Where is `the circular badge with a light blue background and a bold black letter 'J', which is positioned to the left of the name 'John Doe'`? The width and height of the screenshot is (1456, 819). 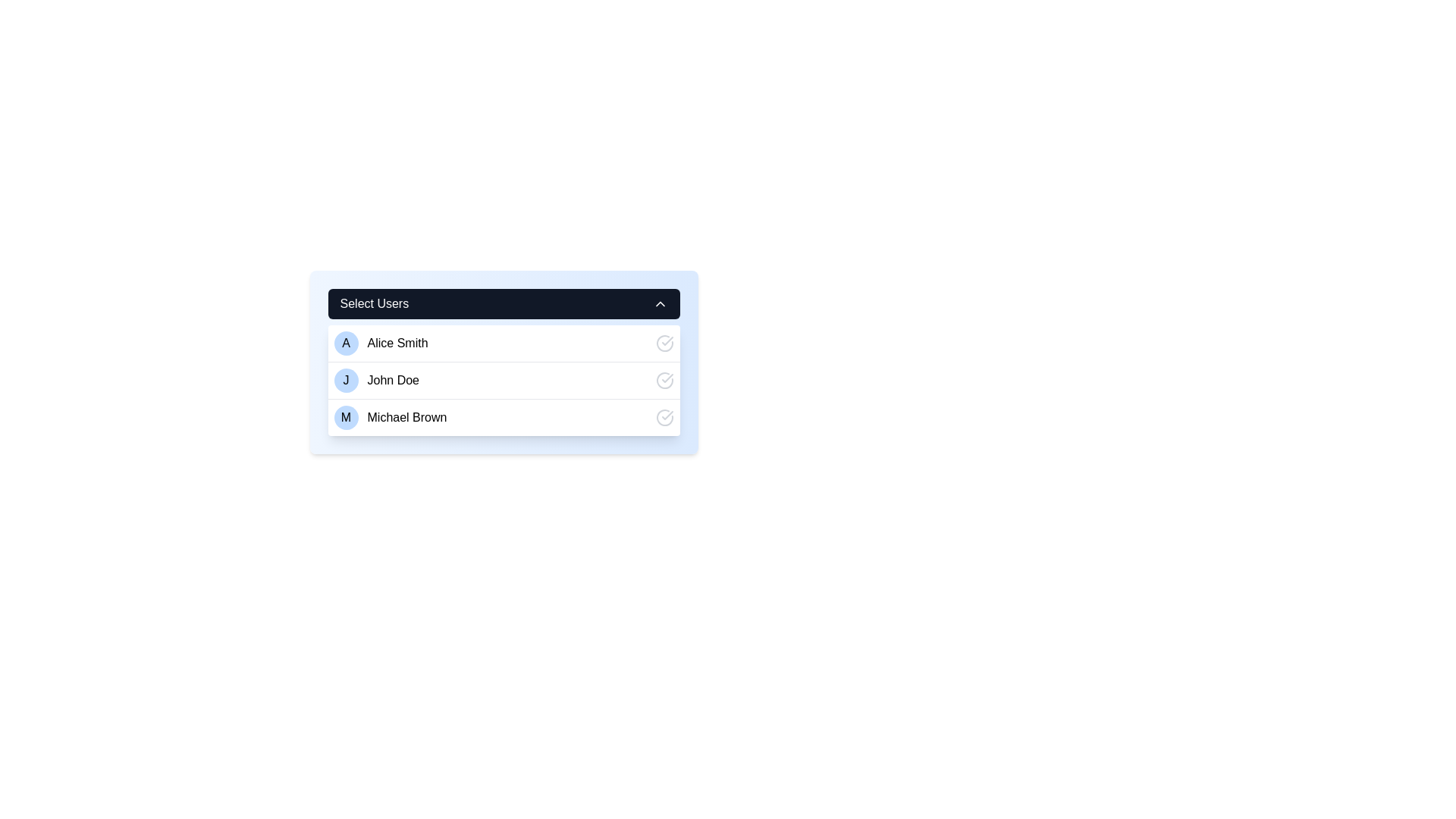
the circular badge with a light blue background and a bold black letter 'J', which is positioned to the left of the name 'John Doe' is located at coordinates (345, 379).